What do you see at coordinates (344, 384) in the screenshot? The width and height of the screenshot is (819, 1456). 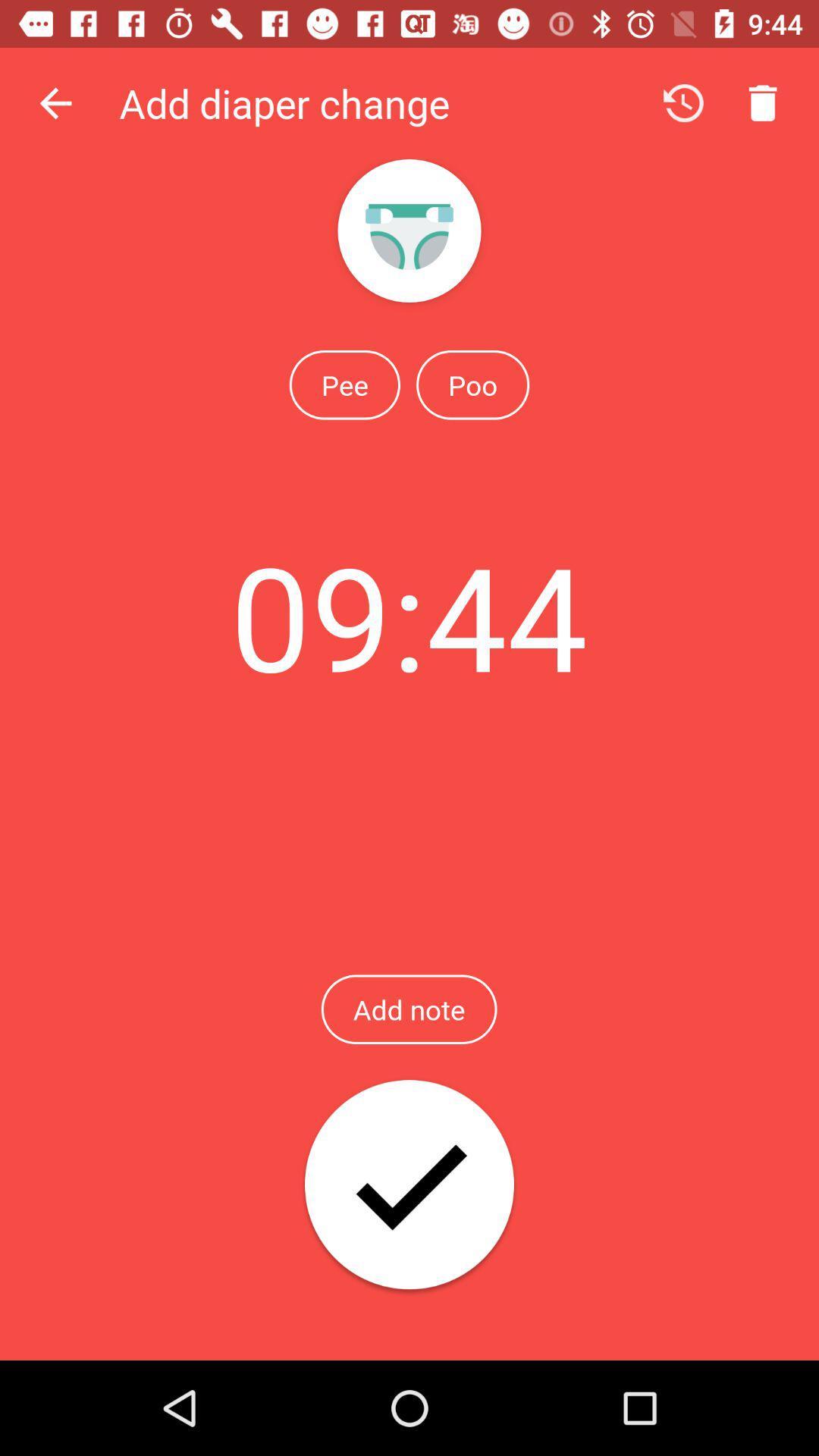 I see `icon next to the poo icon` at bounding box center [344, 384].